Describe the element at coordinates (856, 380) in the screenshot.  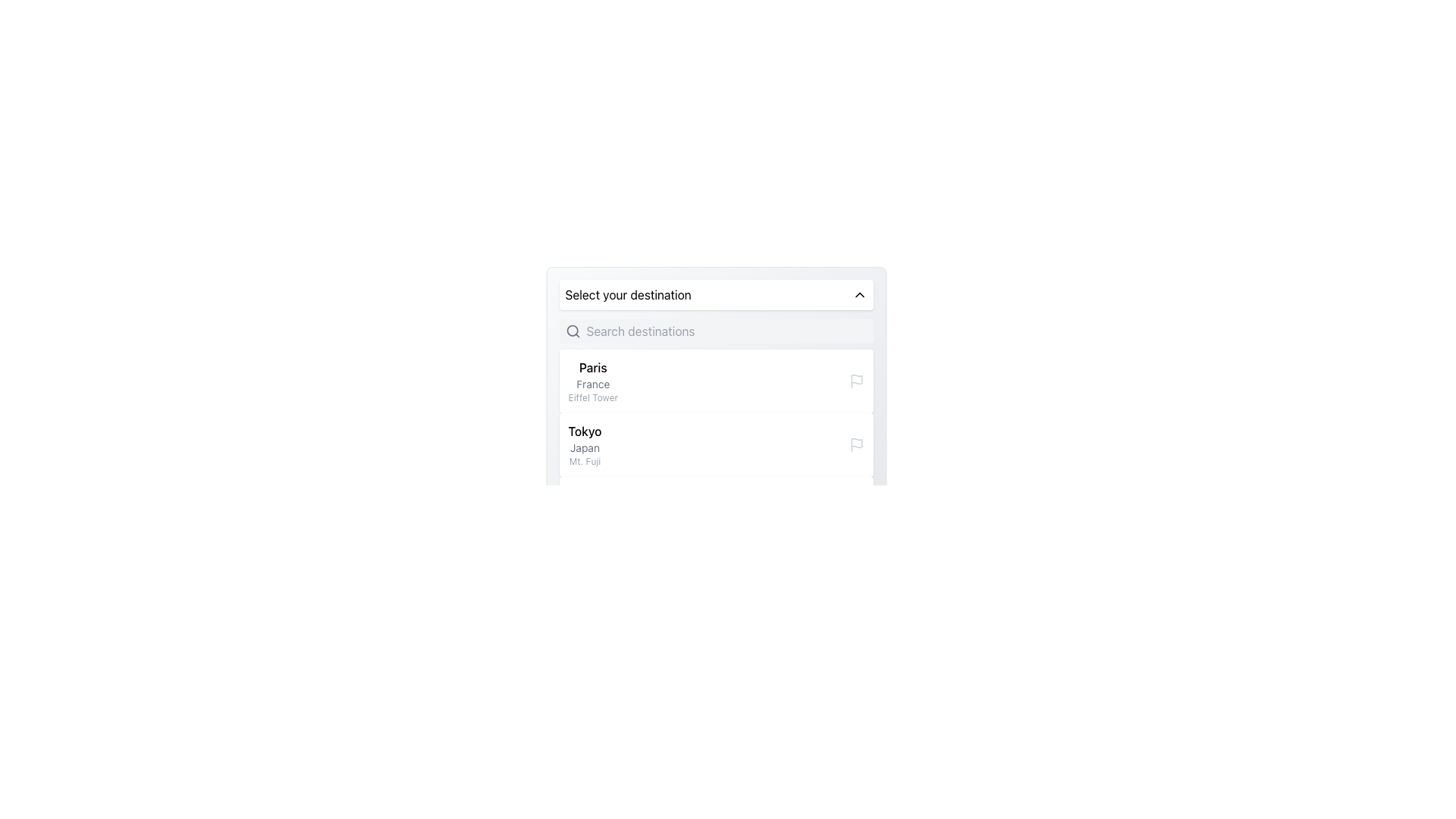
I see `the icon in the top-right corner of the list item containing 'Paris', 'France', and 'Eiffel Tower'` at that location.